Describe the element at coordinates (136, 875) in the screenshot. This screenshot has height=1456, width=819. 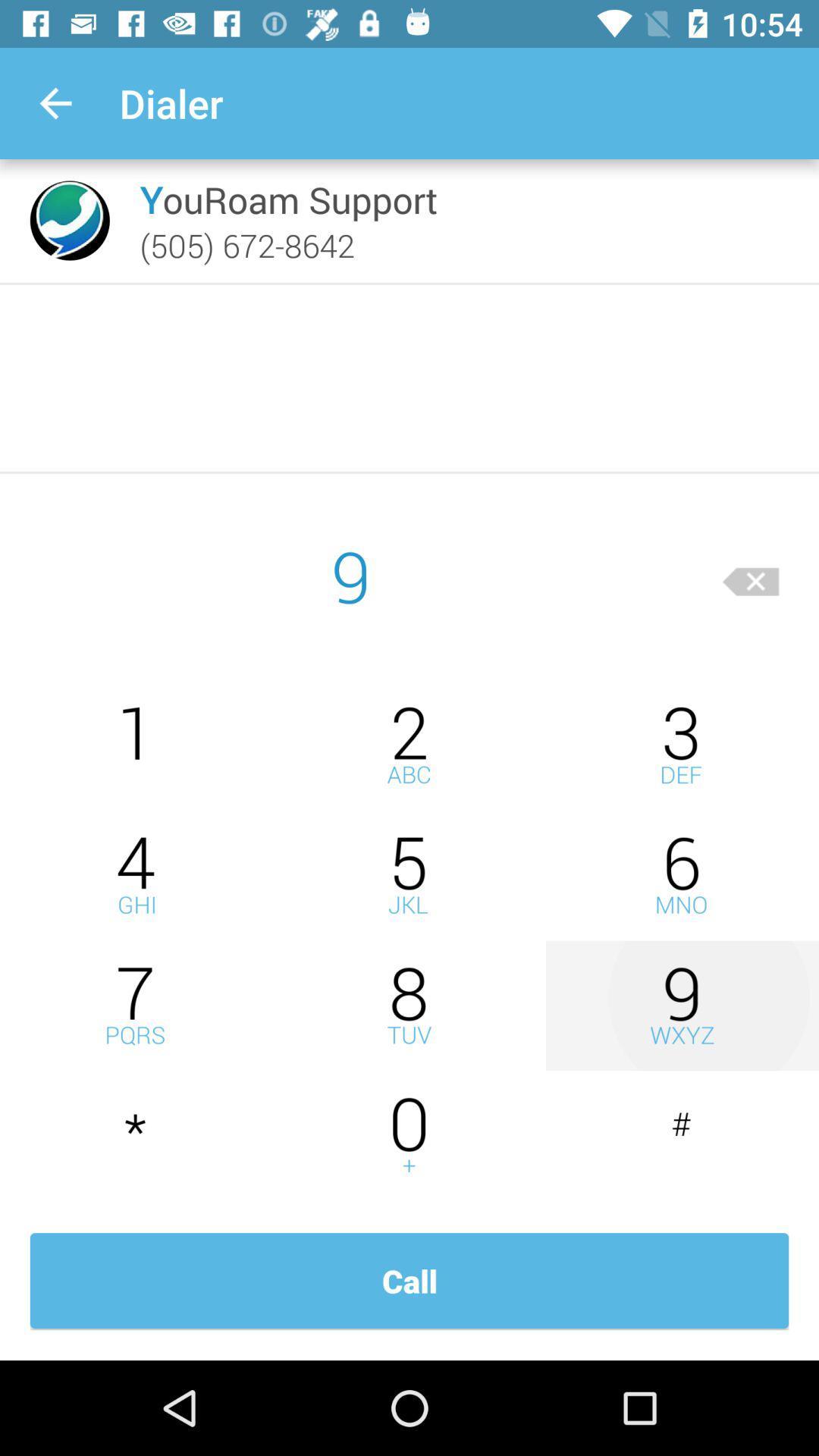
I see `4 button` at that location.